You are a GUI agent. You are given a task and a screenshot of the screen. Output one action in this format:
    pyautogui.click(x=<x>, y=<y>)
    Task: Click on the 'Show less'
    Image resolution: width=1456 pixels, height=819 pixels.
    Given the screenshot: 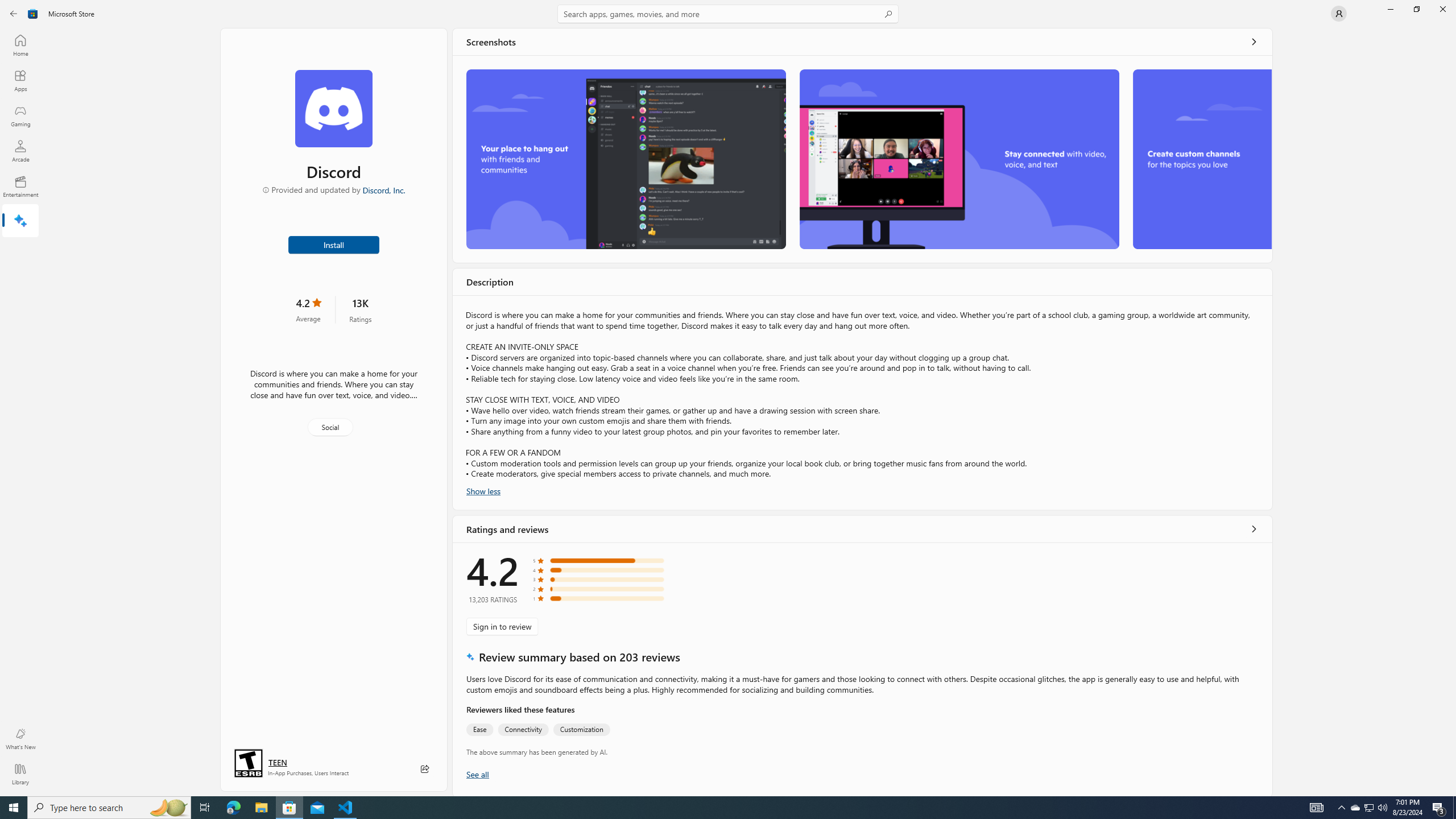 What is the action you would take?
    pyautogui.click(x=482, y=490)
    